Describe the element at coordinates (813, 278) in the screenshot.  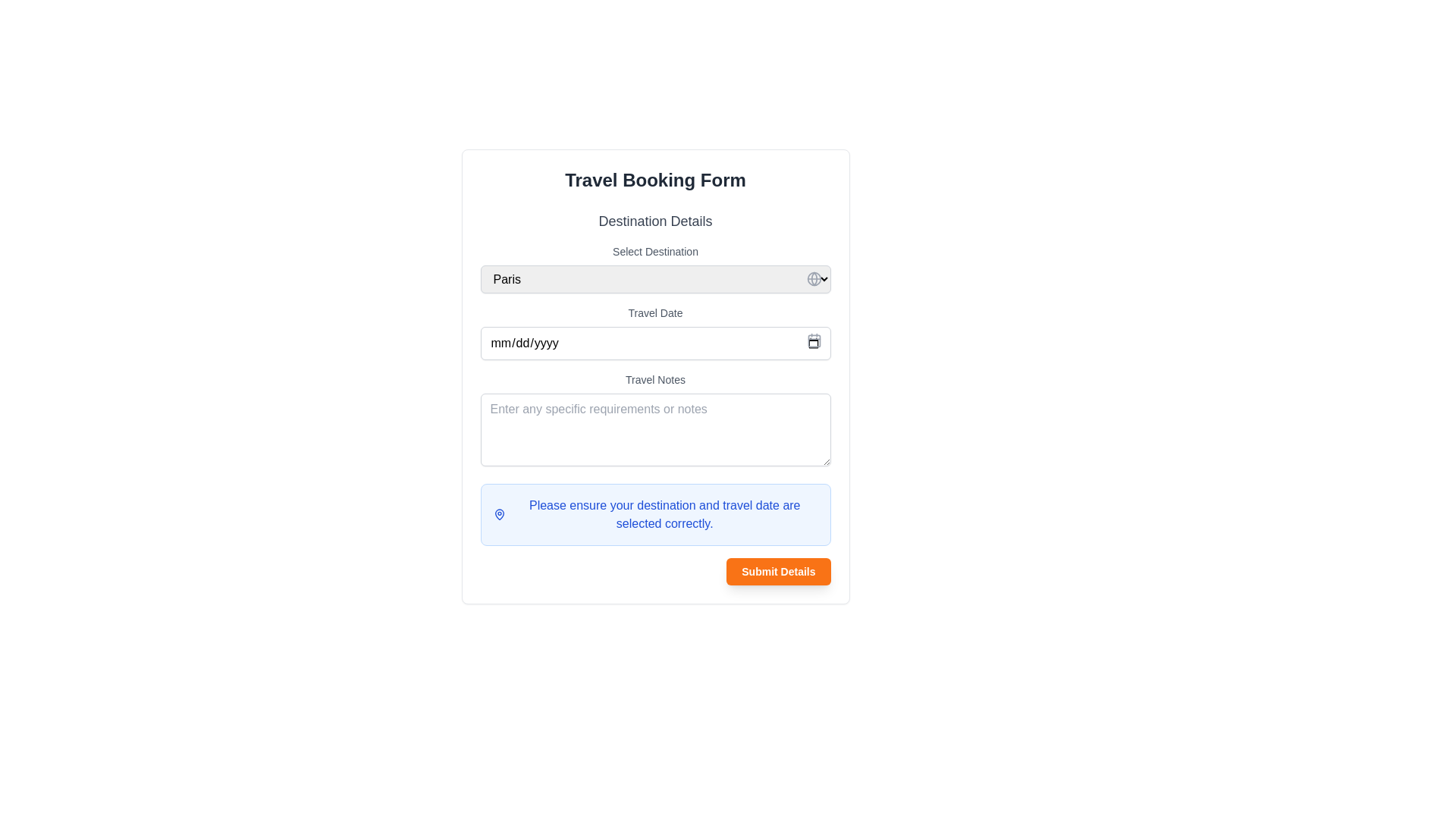
I see `the globe icon located near the top-right corner of the 'Select Destination' dropdown field for a context-specific action` at that location.